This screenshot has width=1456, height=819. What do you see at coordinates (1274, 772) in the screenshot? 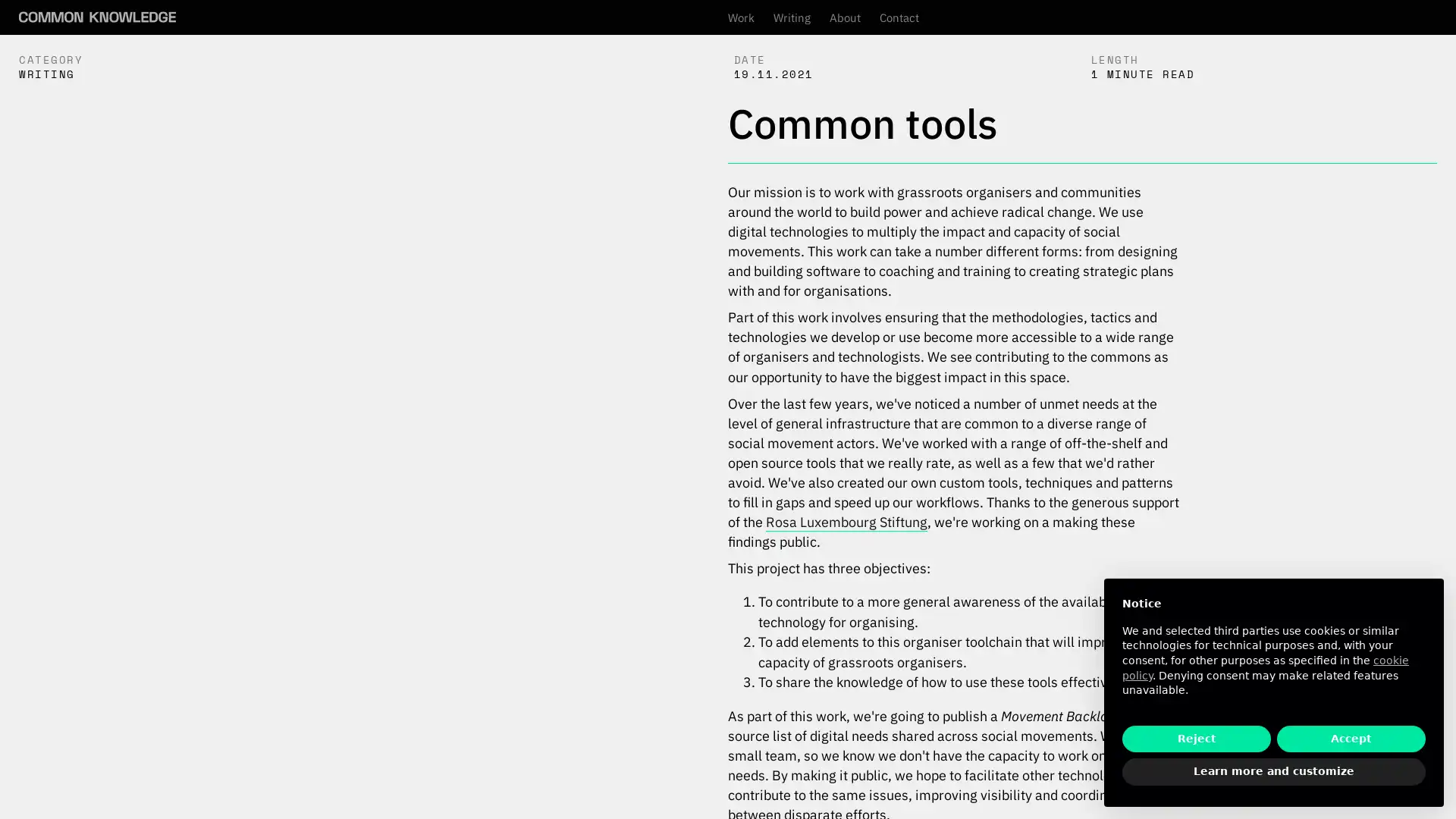
I see `Learn more and customize` at bounding box center [1274, 772].